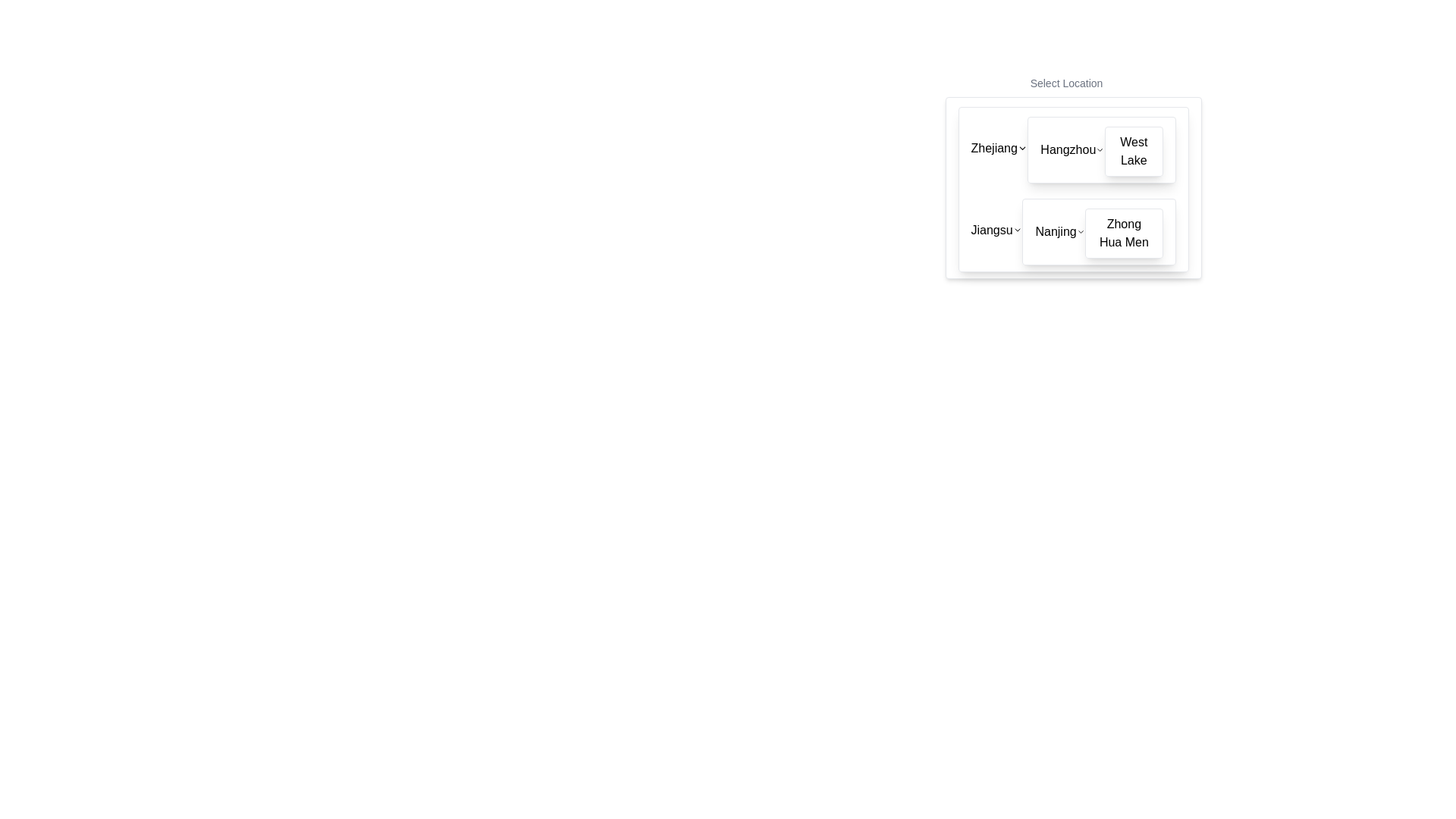  What do you see at coordinates (1134, 152) in the screenshot?
I see `to select the 'West Lake' option displayed in a button-like component located at the top-right corner of a two-by-two grid layout` at bounding box center [1134, 152].